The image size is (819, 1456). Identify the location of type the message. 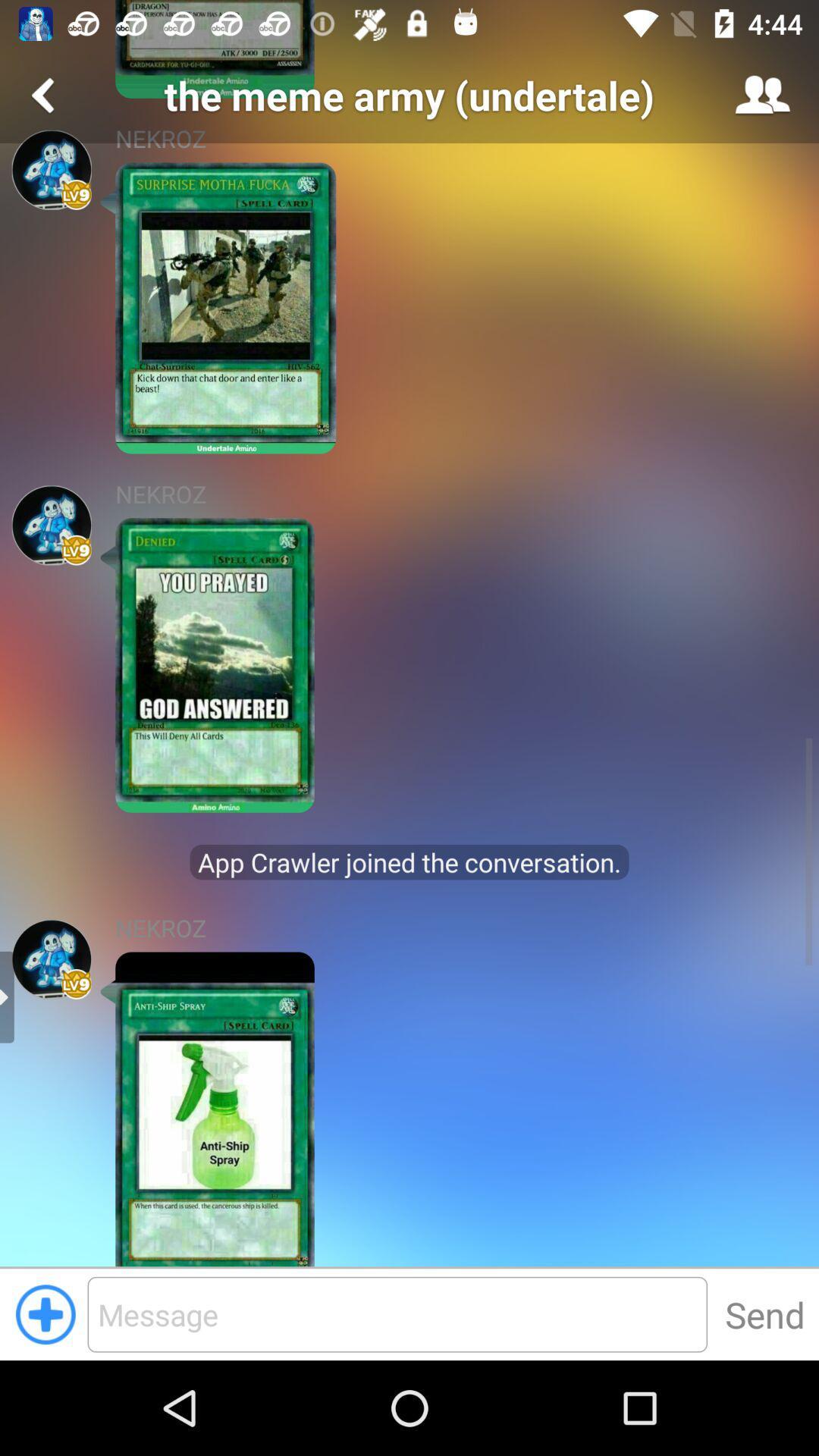
(397, 1313).